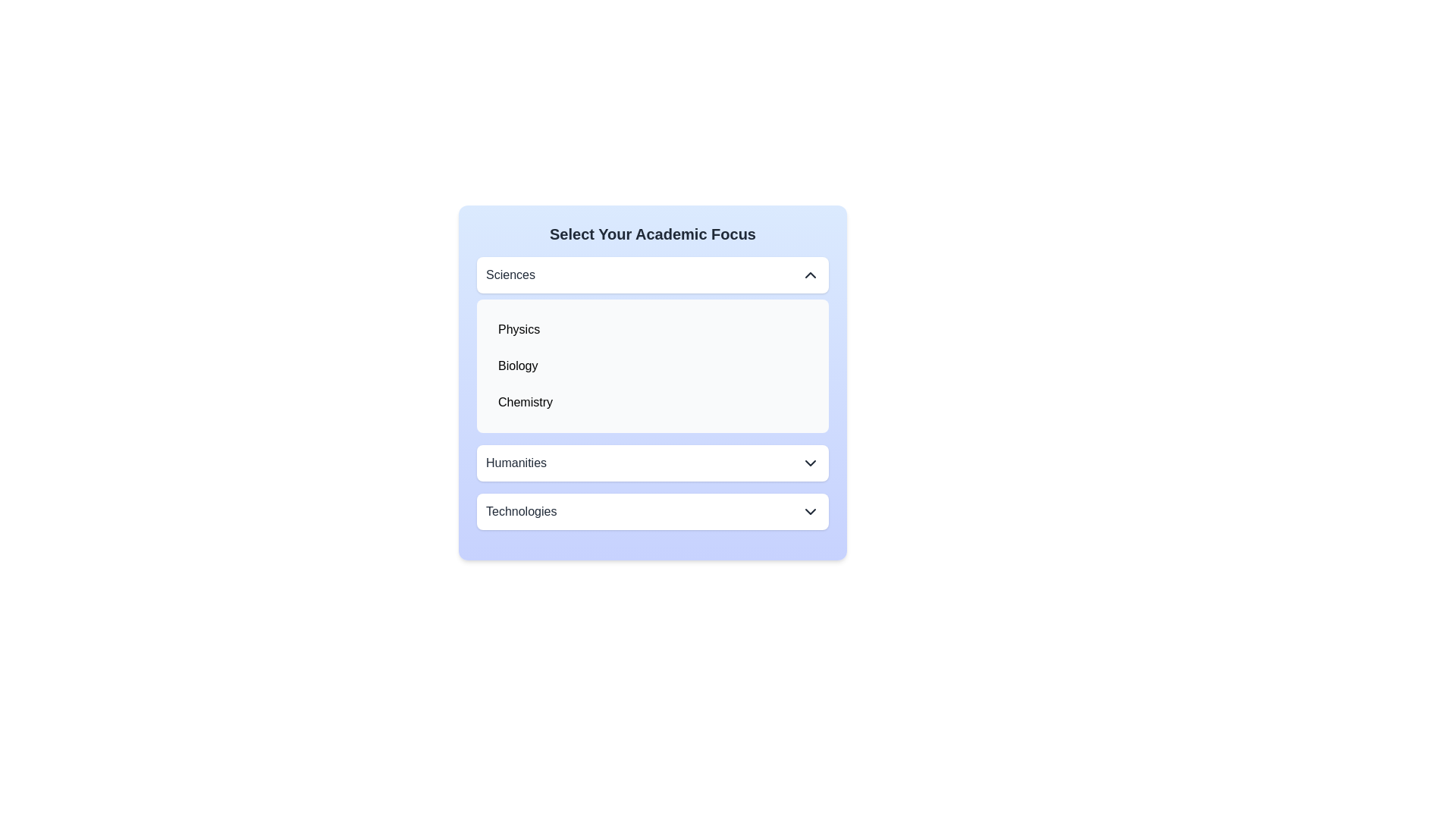 The image size is (1456, 819). I want to click on the text label displaying 'Physics' in the selectable list under the 'Sciences' category, so click(519, 329).